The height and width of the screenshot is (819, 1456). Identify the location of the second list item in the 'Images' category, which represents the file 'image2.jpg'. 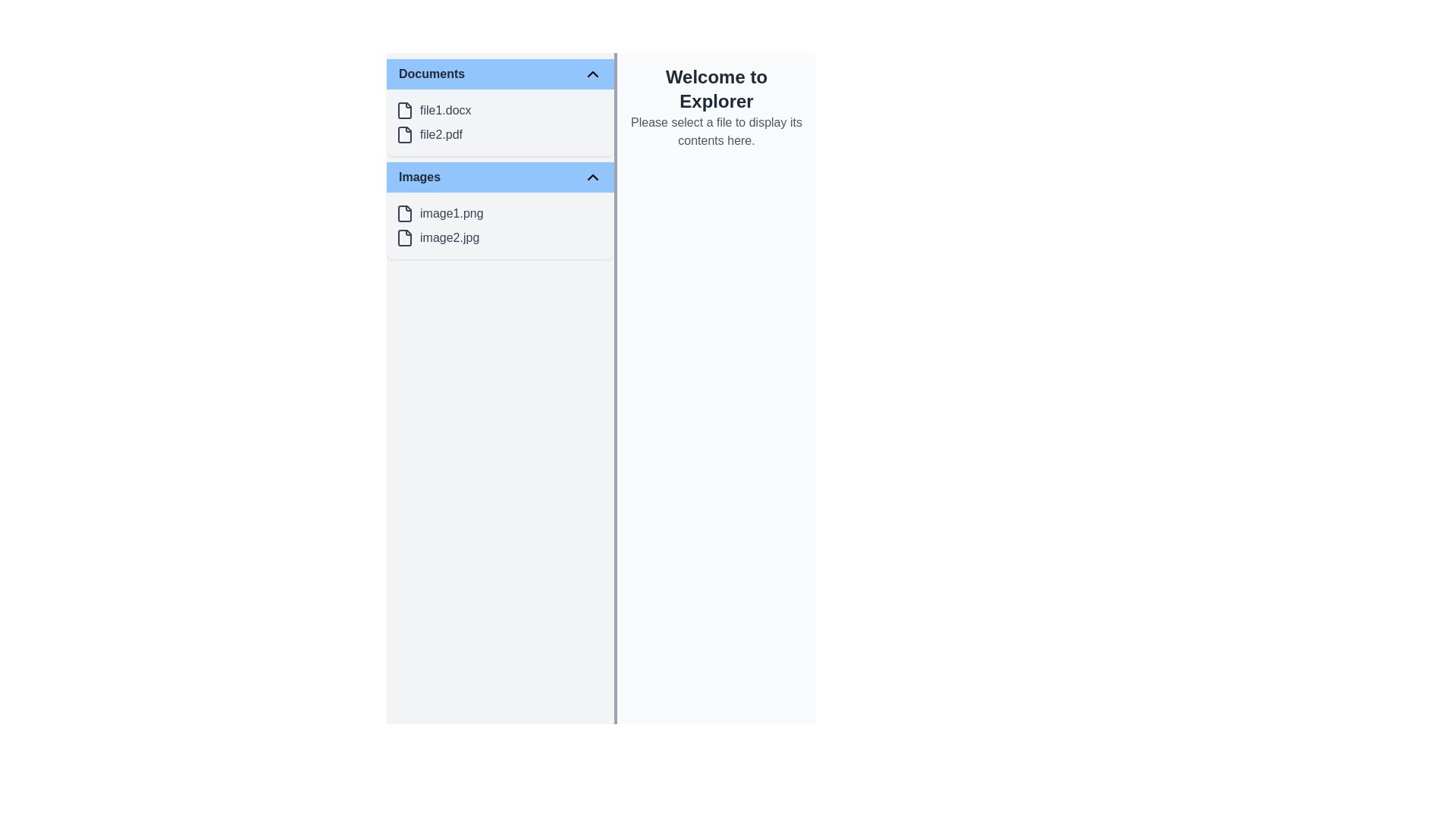
(500, 237).